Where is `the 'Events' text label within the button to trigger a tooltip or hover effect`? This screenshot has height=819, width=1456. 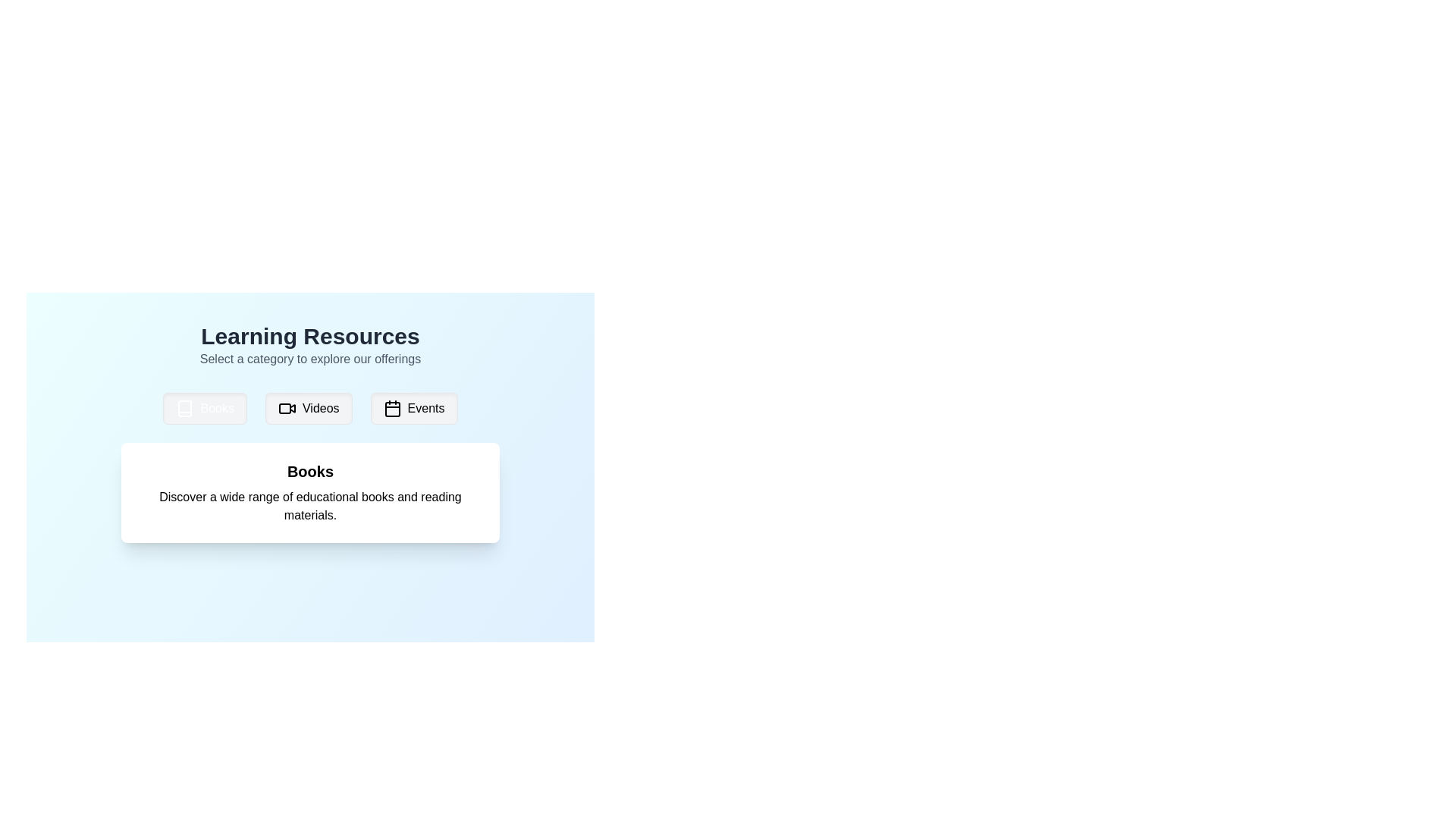 the 'Events' text label within the button to trigger a tooltip or hover effect is located at coordinates (425, 408).